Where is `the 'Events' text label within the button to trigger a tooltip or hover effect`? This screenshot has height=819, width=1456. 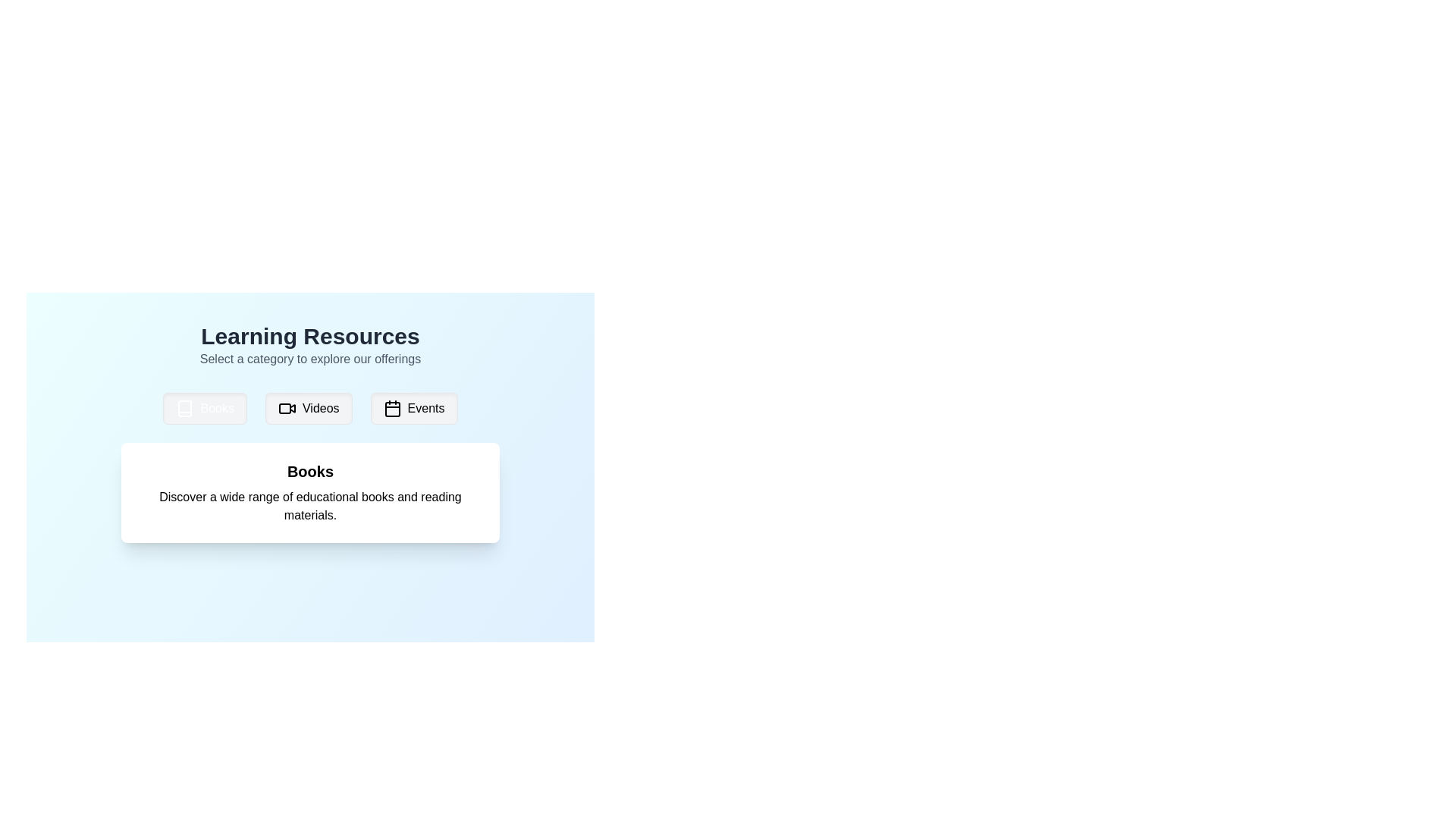 the 'Events' text label within the button to trigger a tooltip or hover effect is located at coordinates (425, 408).